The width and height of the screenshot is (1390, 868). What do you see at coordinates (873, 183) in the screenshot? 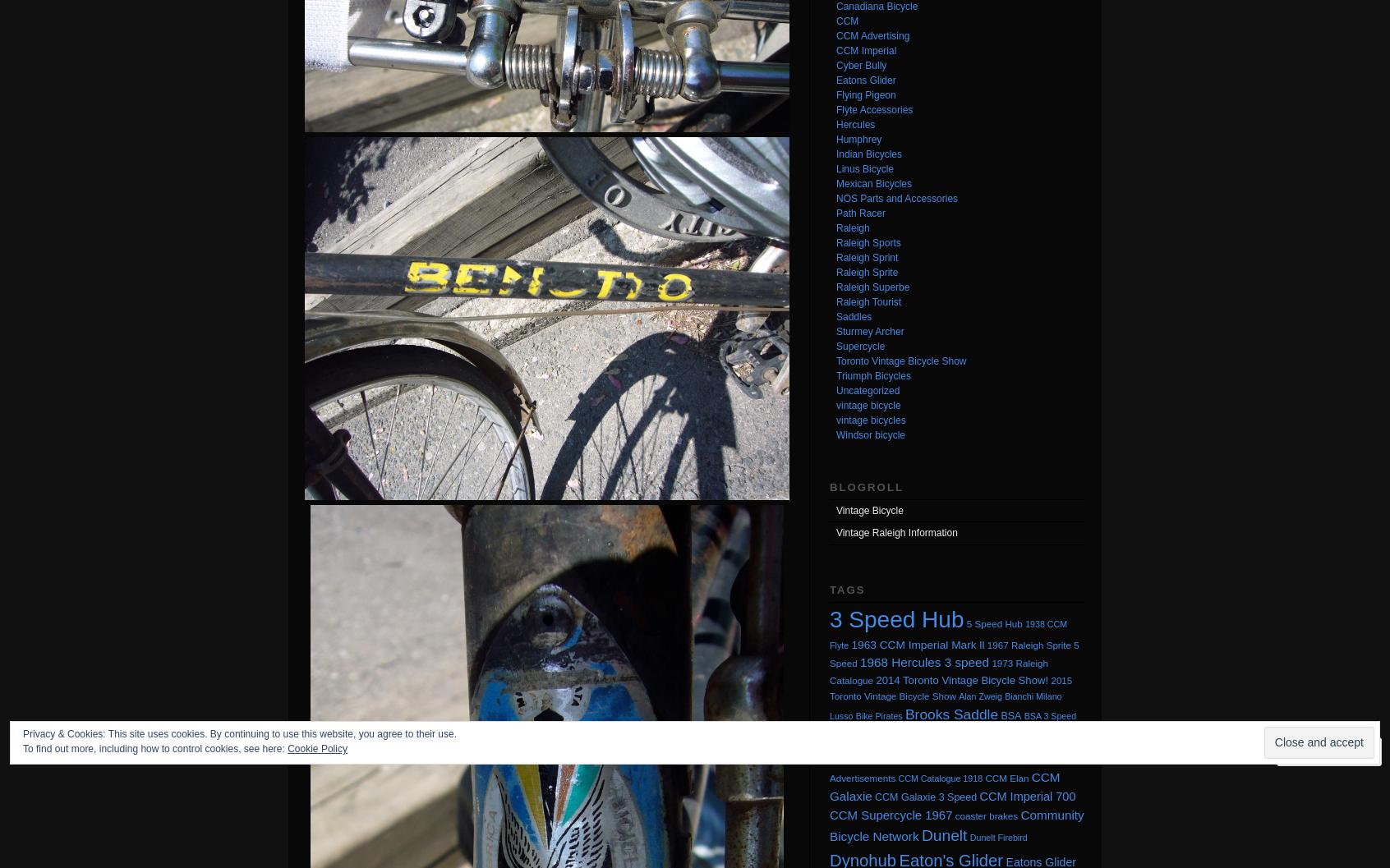
I see `'Mexican Bicycles'` at bounding box center [873, 183].